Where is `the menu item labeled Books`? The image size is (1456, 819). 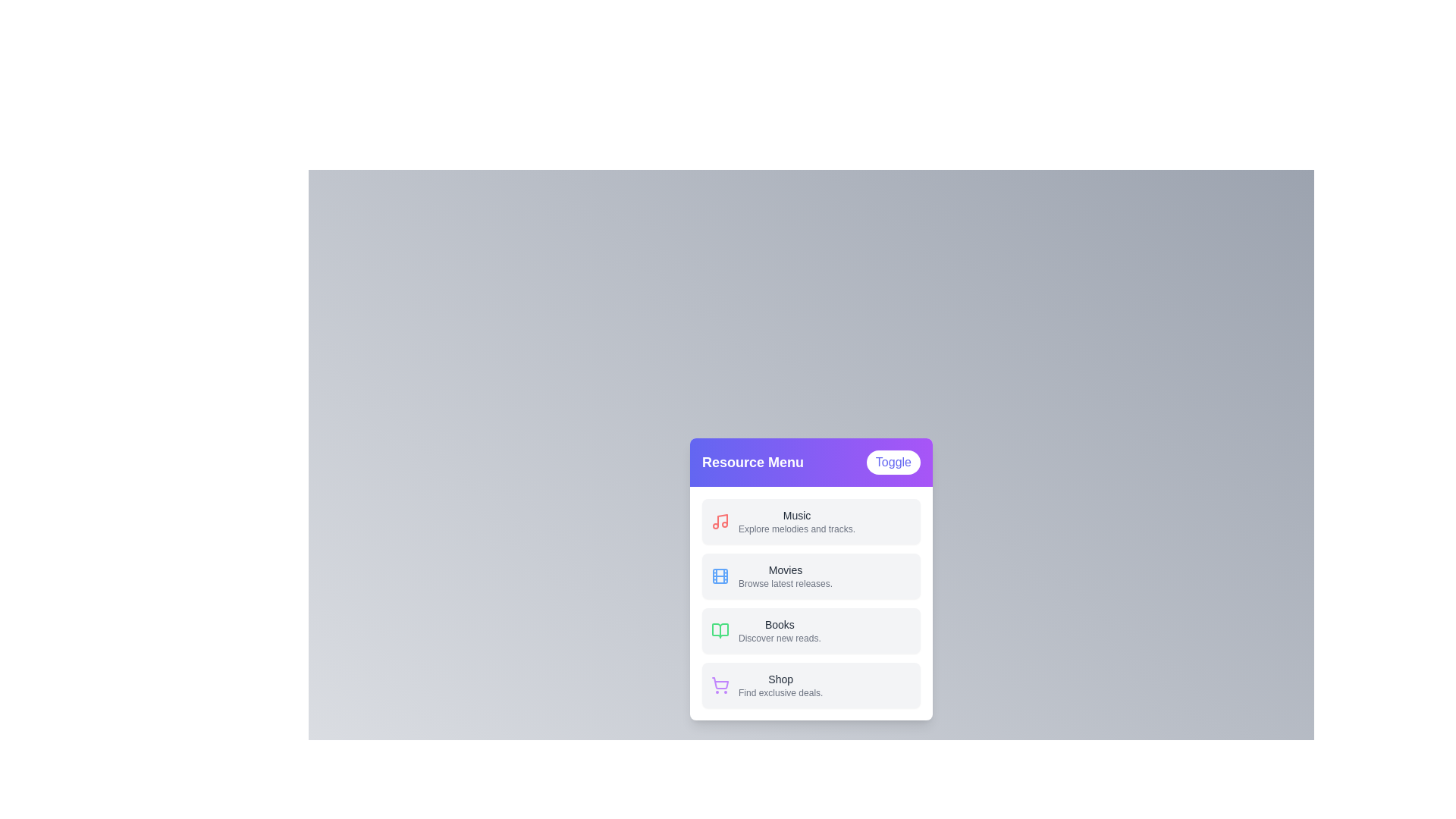 the menu item labeled Books is located at coordinates (811, 631).